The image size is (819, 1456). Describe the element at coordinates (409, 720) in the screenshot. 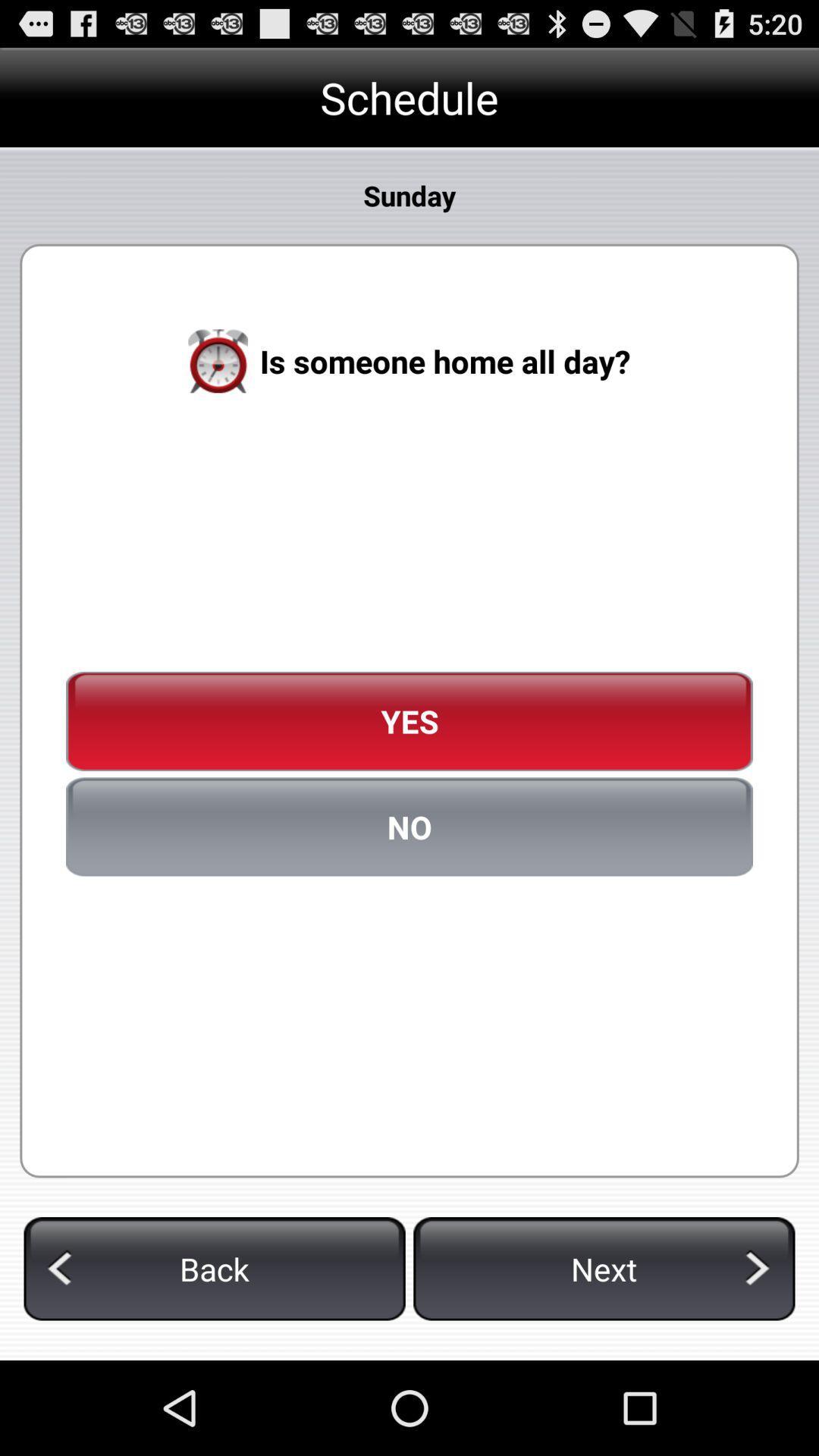

I see `yes icon` at that location.